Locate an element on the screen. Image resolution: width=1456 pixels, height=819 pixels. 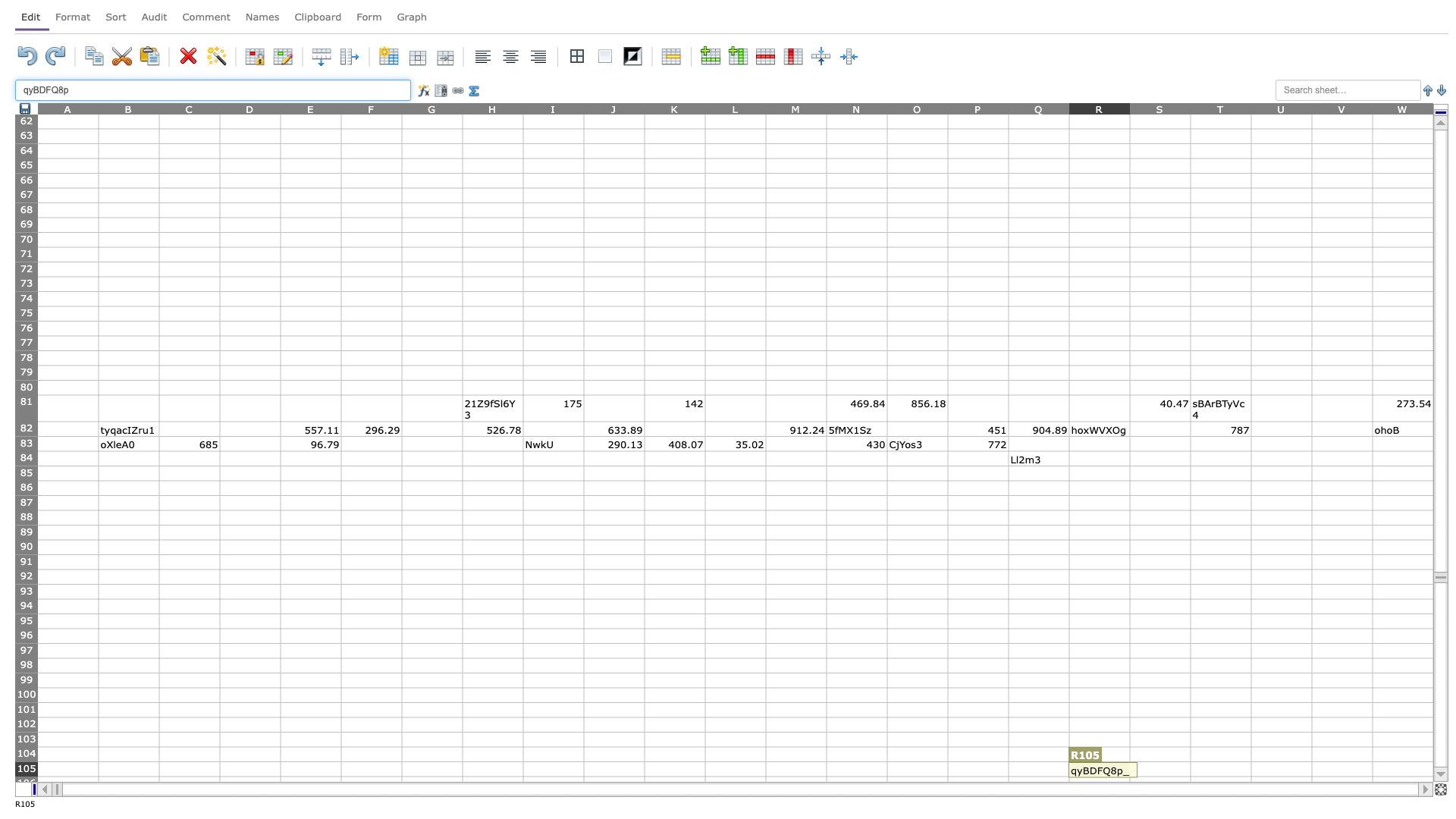
Right edge of S-105 is located at coordinates (1189, 769).